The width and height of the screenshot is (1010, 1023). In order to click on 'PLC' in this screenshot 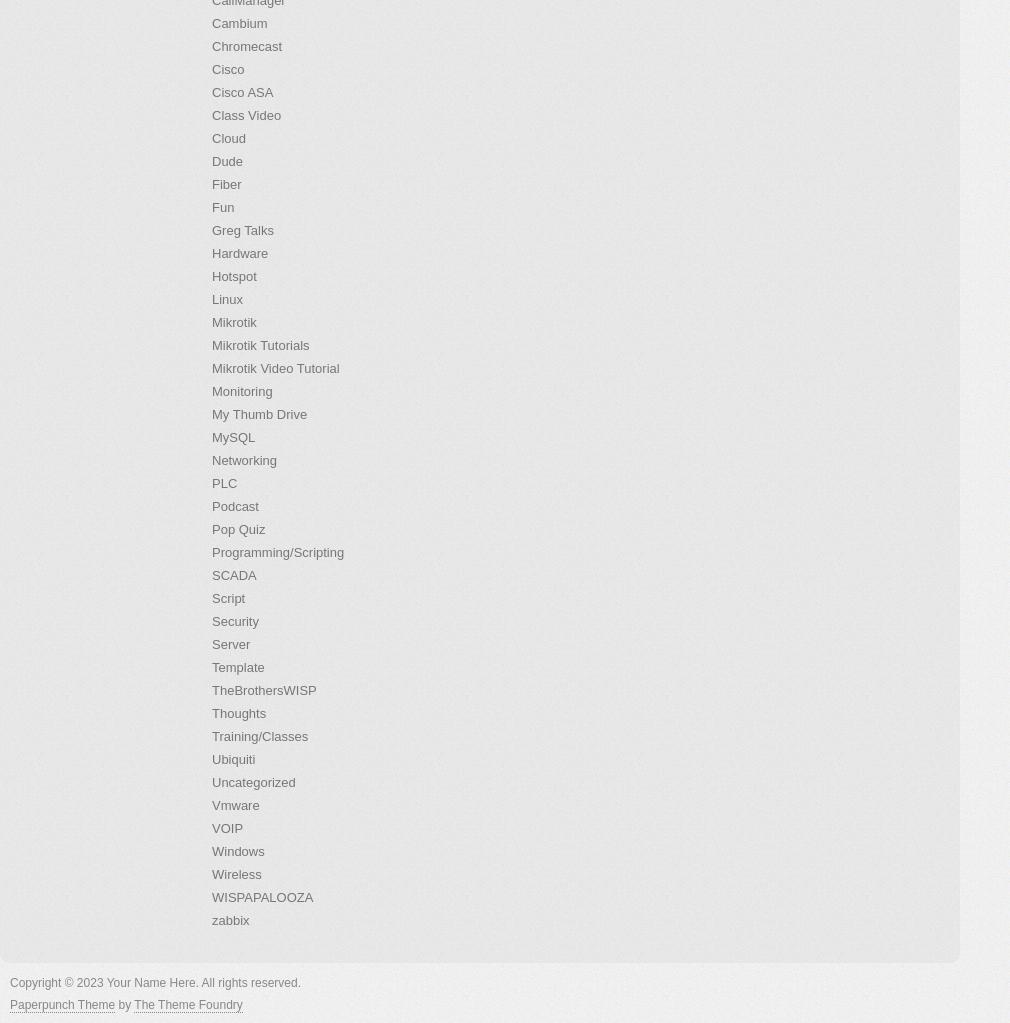, I will do `click(223, 483)`.